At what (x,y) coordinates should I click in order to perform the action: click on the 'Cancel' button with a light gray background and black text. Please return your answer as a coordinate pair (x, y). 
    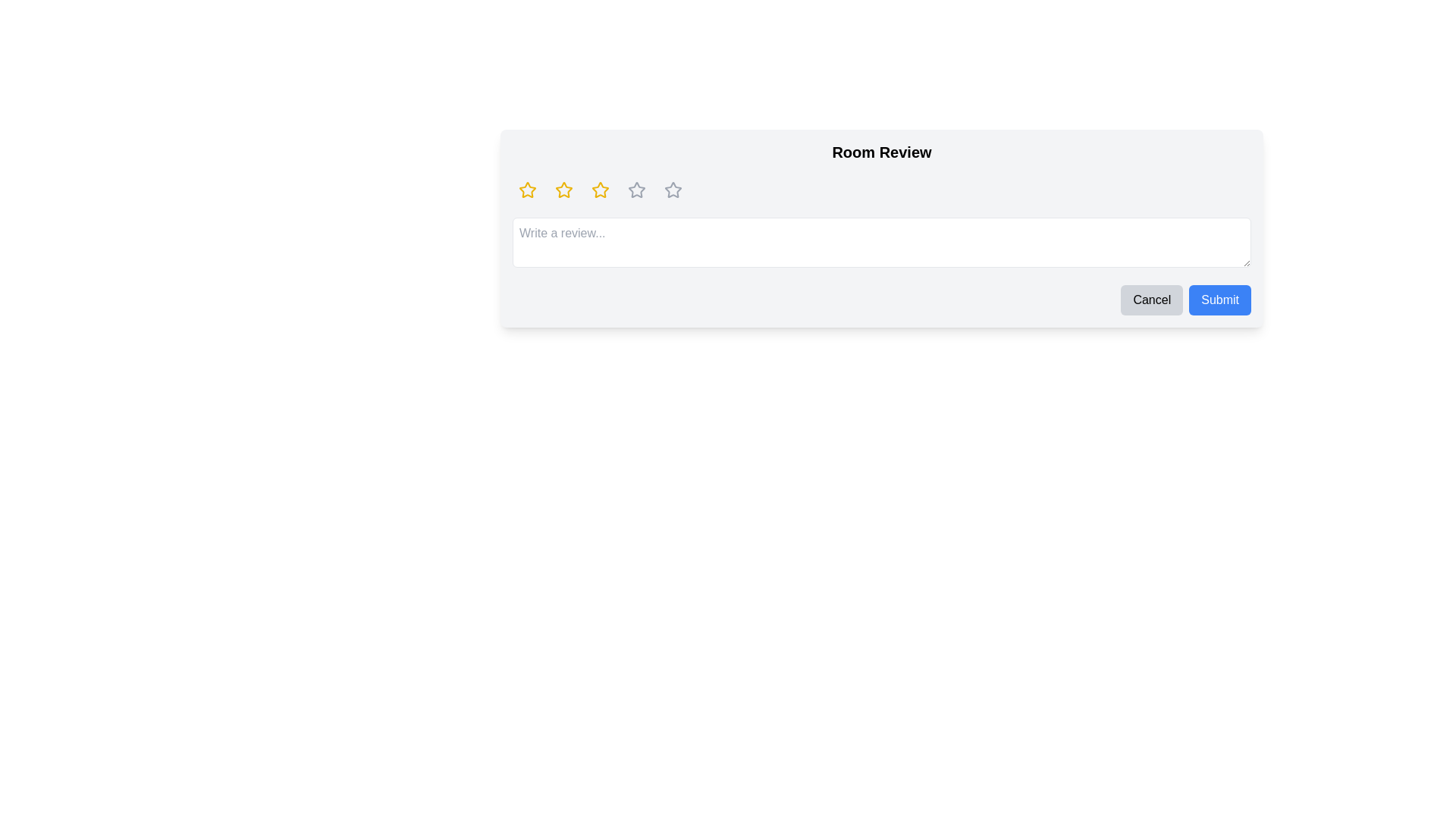
    Looking at the image, I should click on (1152, 300).